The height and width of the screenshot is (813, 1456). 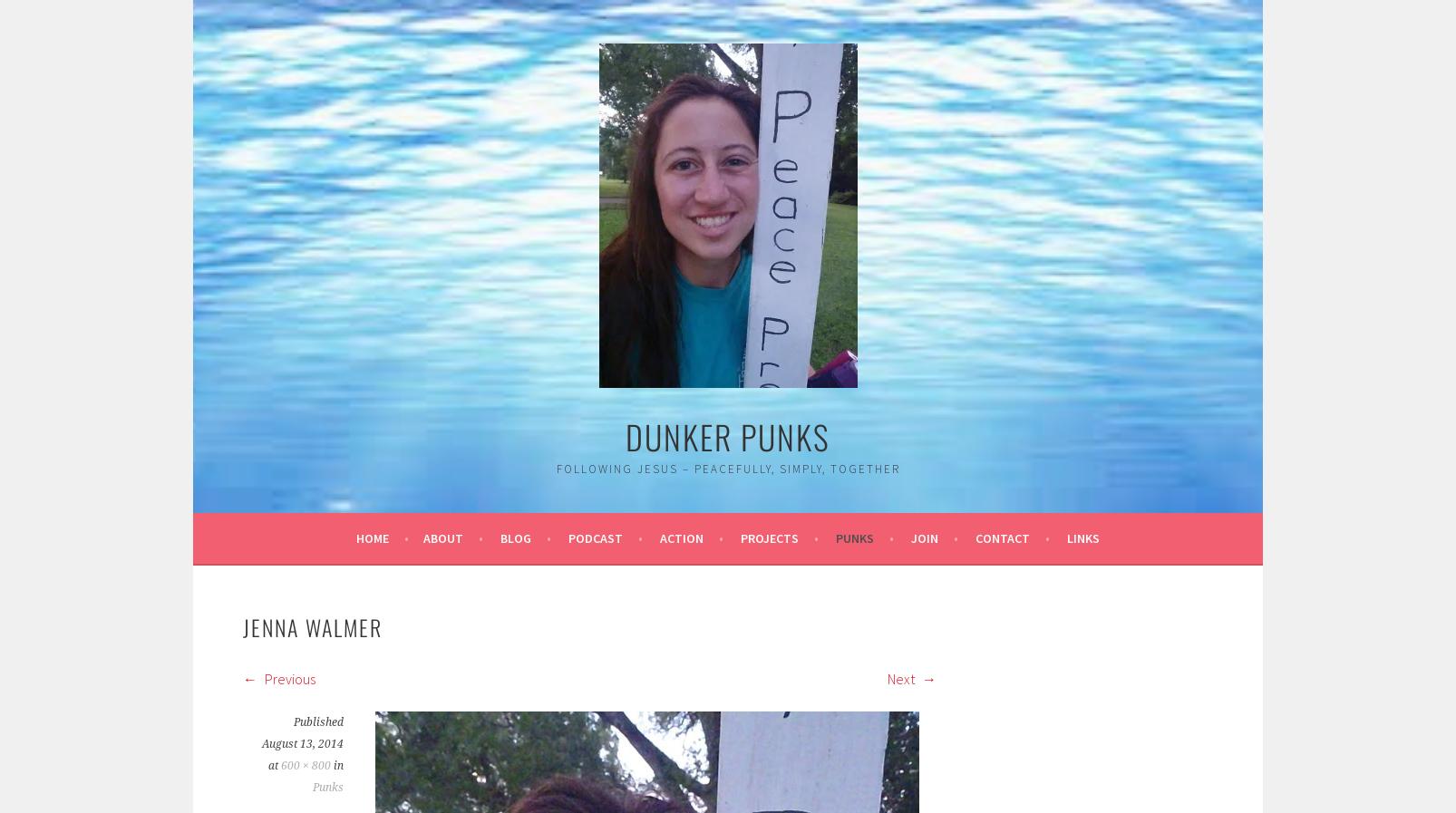 What do you see at coordinates (1082, 537) in the screenshot?
I see `'Links'` at bounding box center [1082, 537].